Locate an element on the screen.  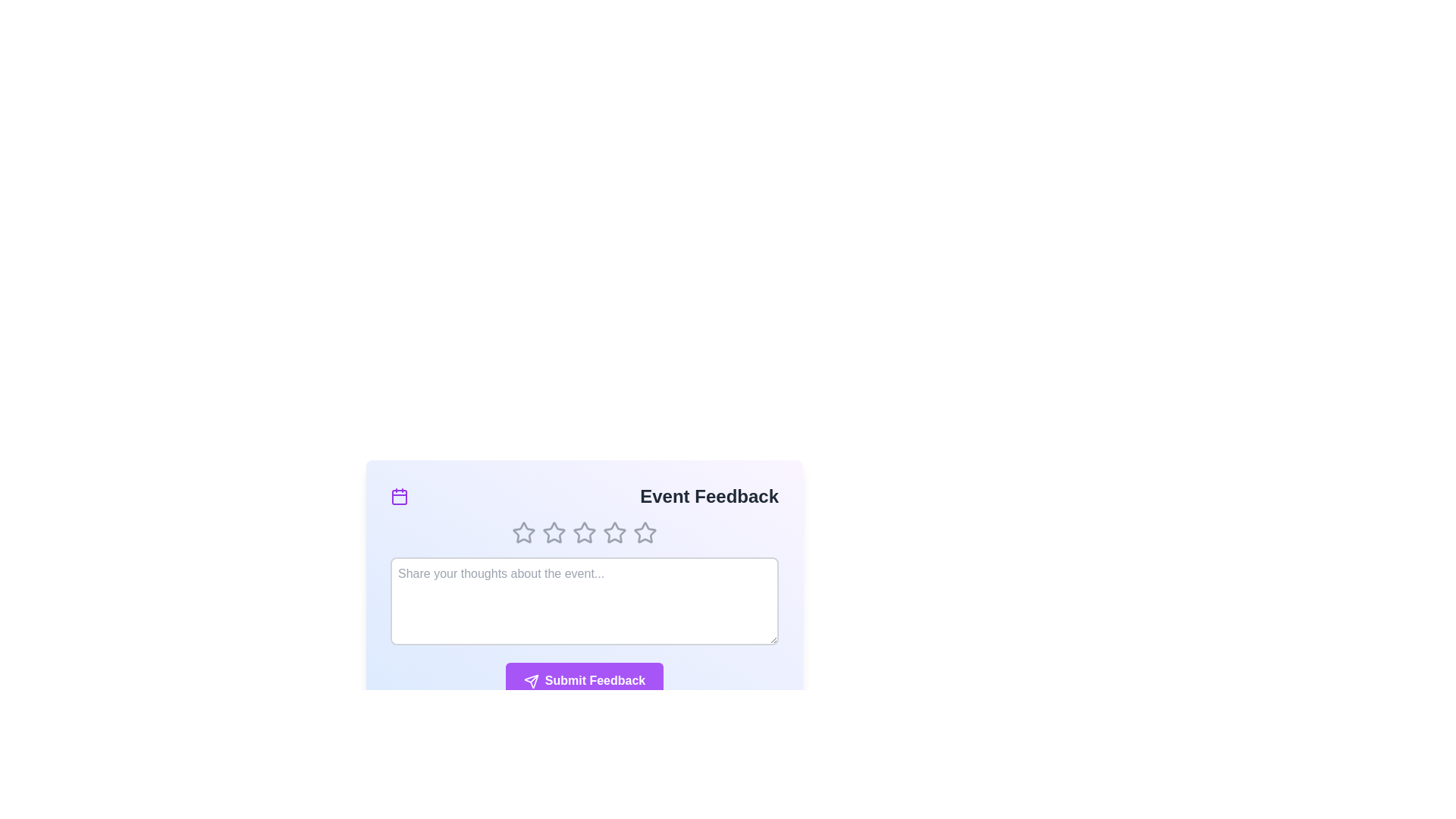
the second hollow star icon in the feedback rating section, located centrally below the 'Event Feedback' title is located at coordinates (553, 532).